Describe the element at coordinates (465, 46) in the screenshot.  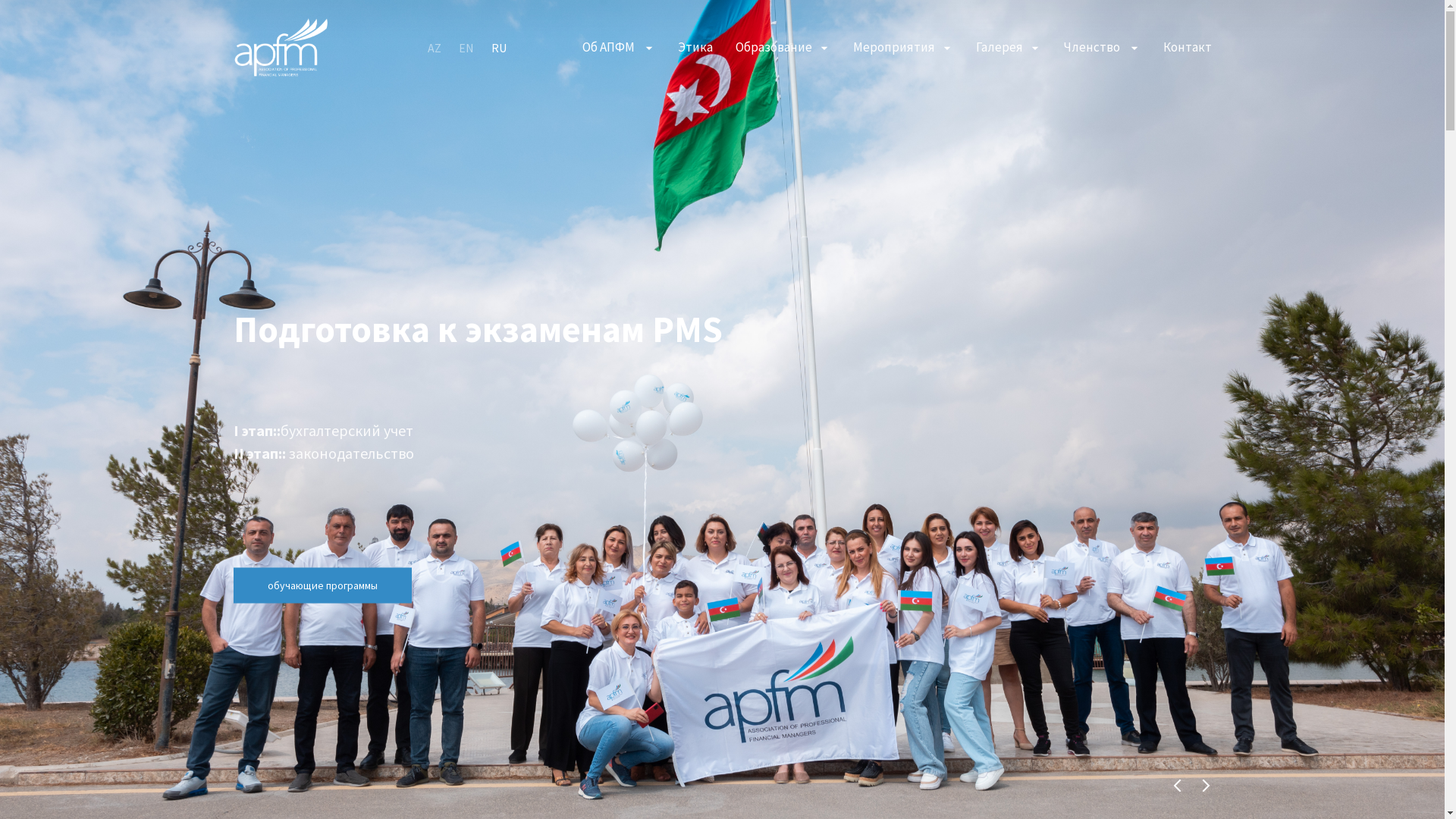
I see `'EN'` at that location.